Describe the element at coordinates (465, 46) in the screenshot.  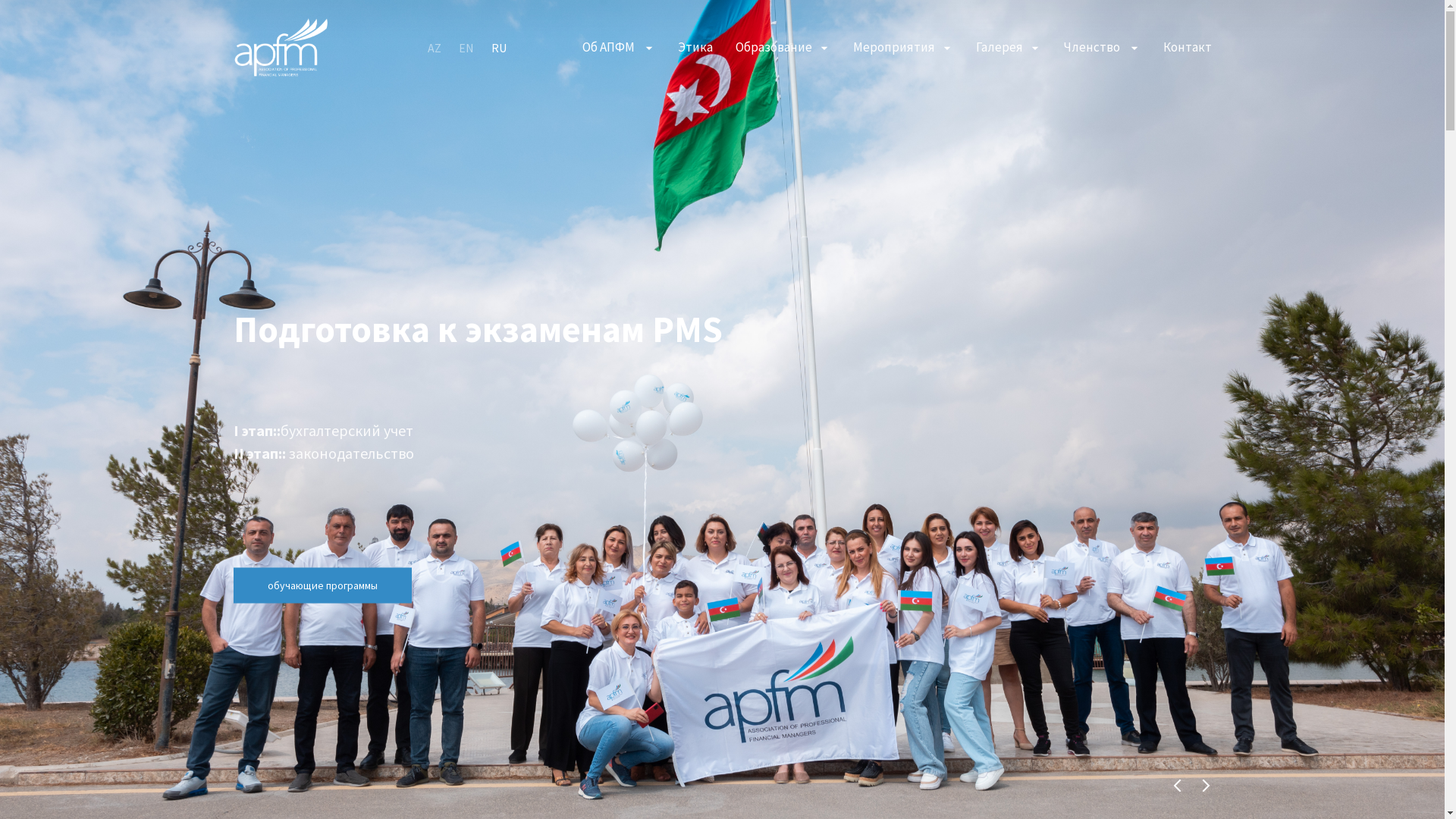
I see `'EN'` at that location.